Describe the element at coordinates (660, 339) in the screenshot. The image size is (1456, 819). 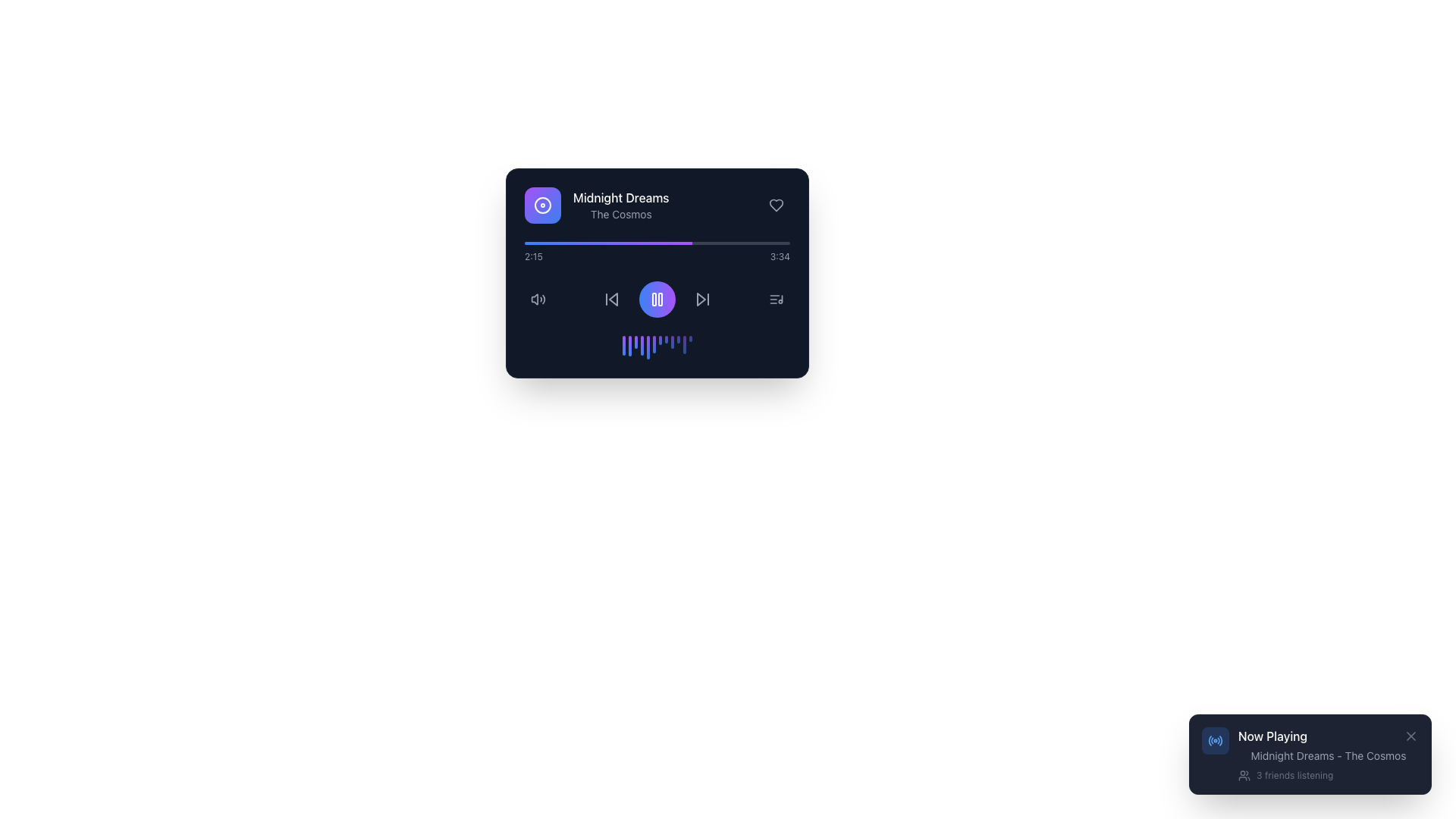
I see `the pulsing animation effect of the thin vertical bar with a gradient color scheme transitioning from blue to purple, which is the seventh bar from the left among twelve similar bars` at that location.